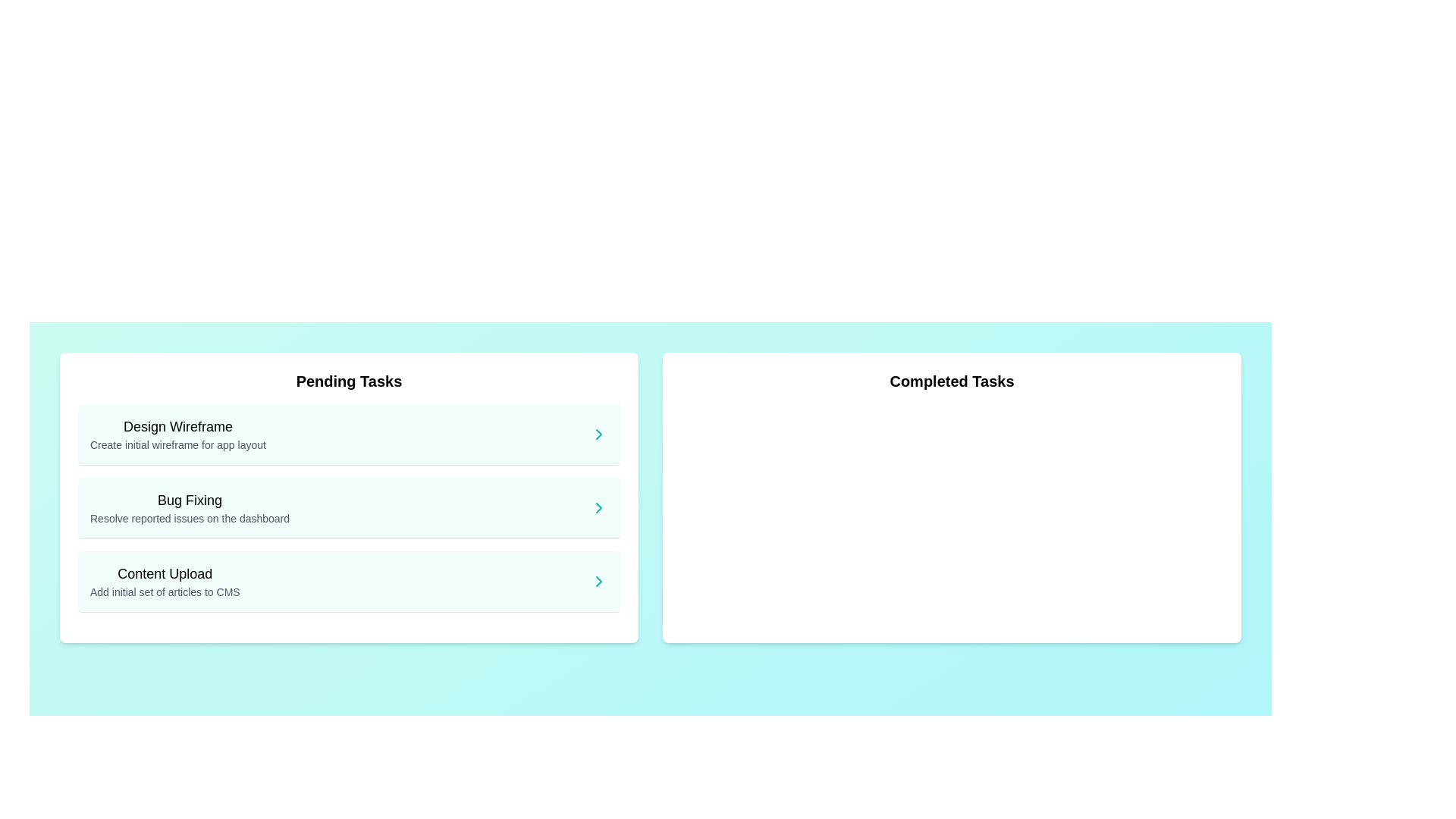 This screenshot has width=1456, height=819. I want to click on the right-facing teal chevron icon located at the far-right of the 'Bug Fixing' task block in the 'Pending Tasks' list, so click(598, 508).